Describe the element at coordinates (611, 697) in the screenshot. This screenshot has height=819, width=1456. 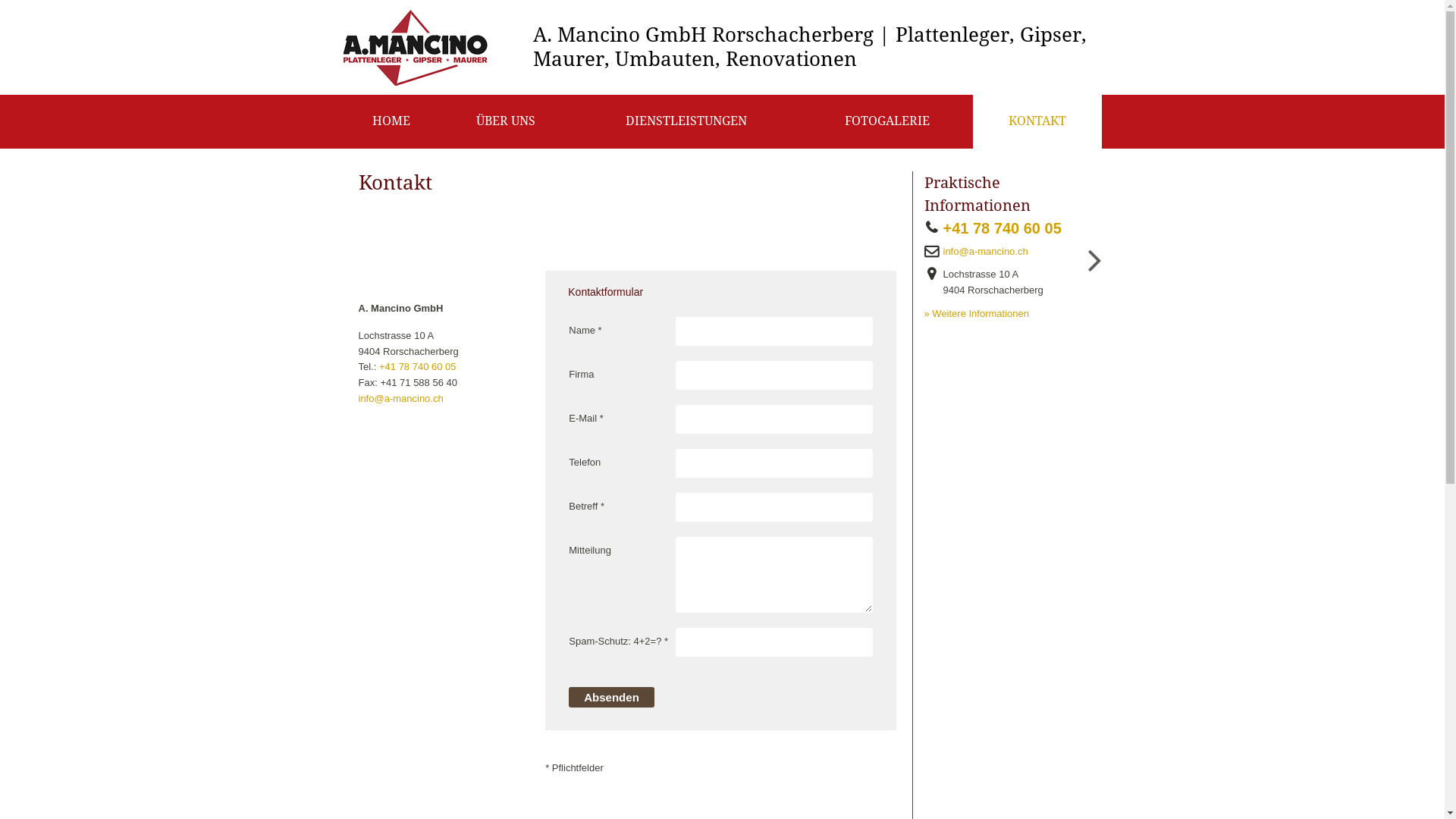
I see `'Absenden'` at that location.